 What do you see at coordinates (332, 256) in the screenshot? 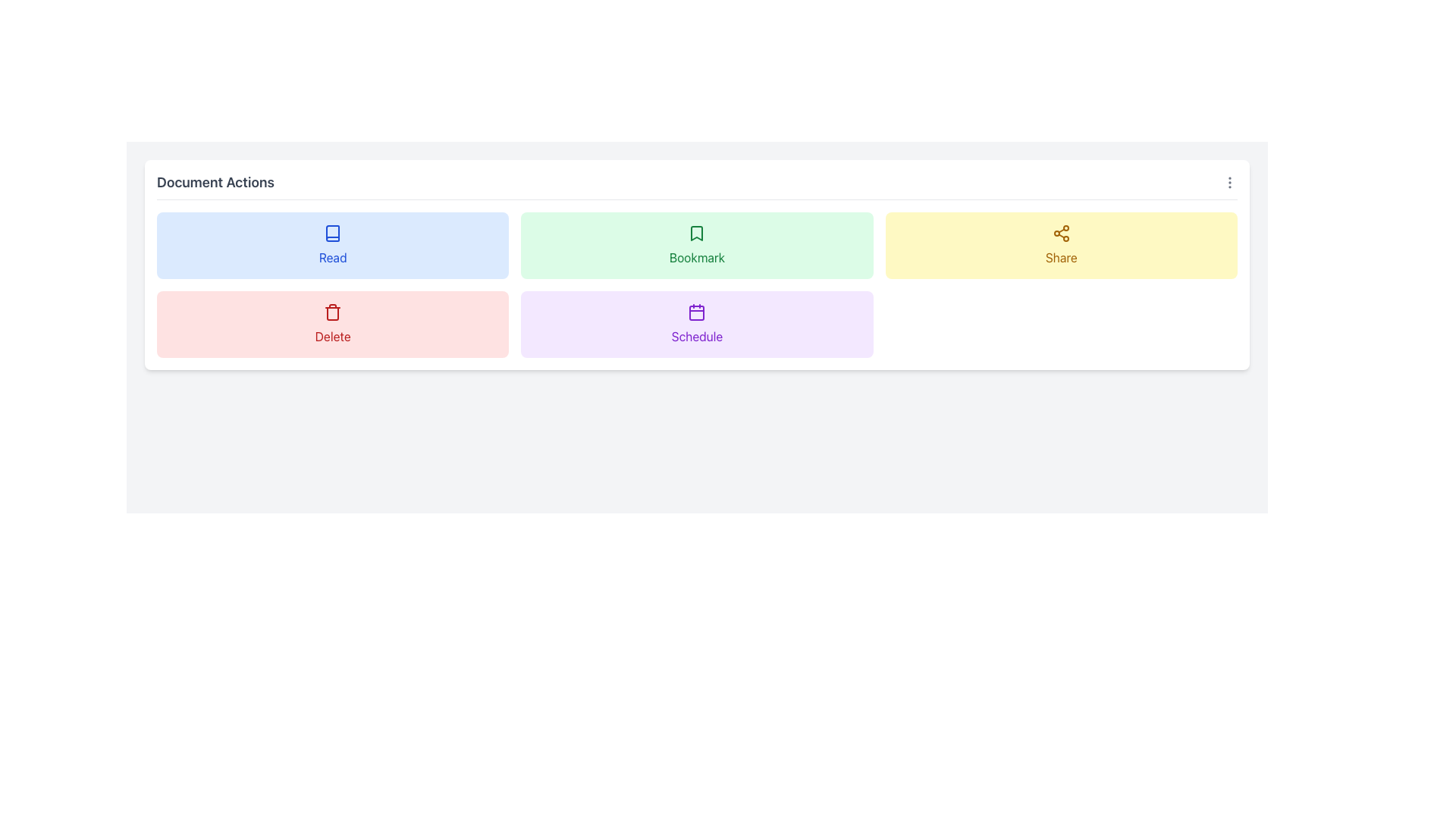
I see `the Text Label that describes the 'Read' action, which is centrally positioned in the first column of the top row of action containers` at bounding box center [332, 256].